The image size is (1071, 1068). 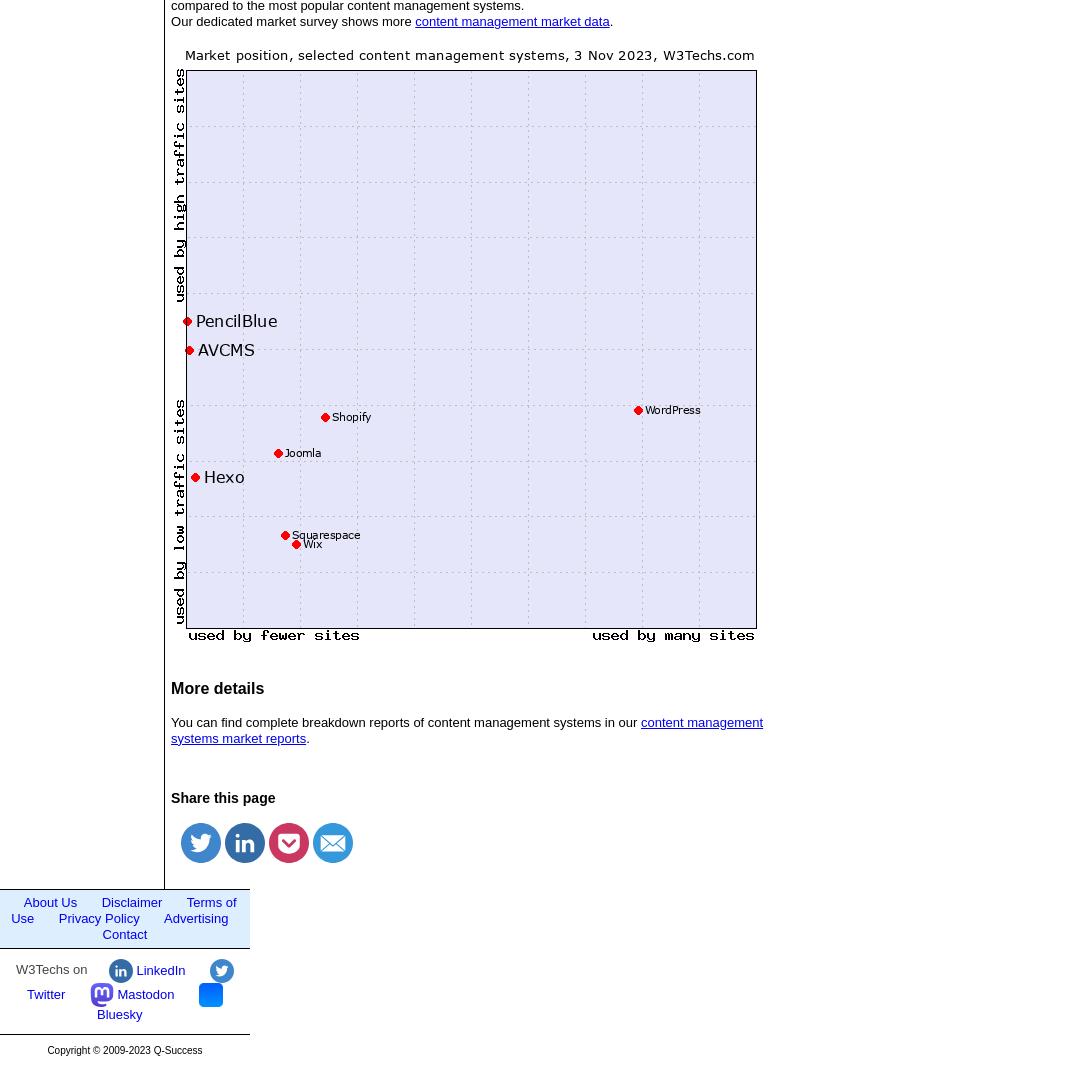 I want to click on 'Disclaimer', so click(x=131, y=900).